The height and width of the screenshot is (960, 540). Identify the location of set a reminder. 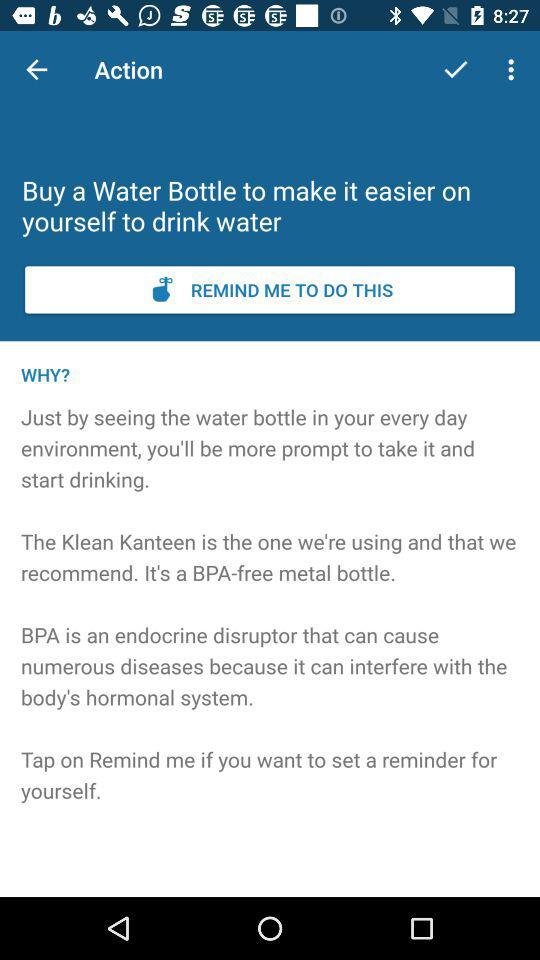
(270, 288).